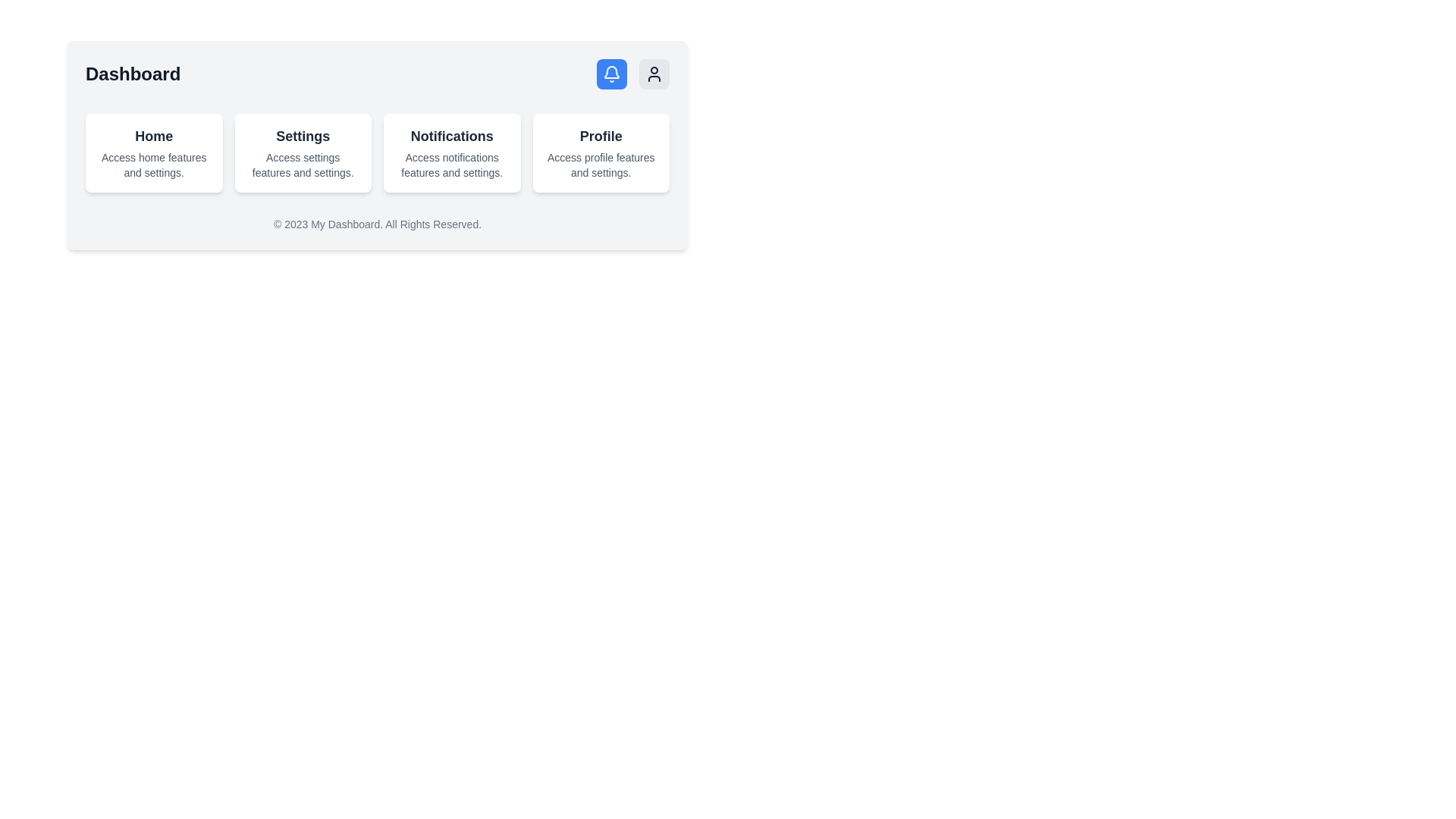  What do you see at coordinates (154, 136) in the screenshot?
I see `the 'Home' text label, which is prominently displayed as the title for the 'Home' card at the top center of a white box with rounded corners and shadows` at bounding box center [154, 136].